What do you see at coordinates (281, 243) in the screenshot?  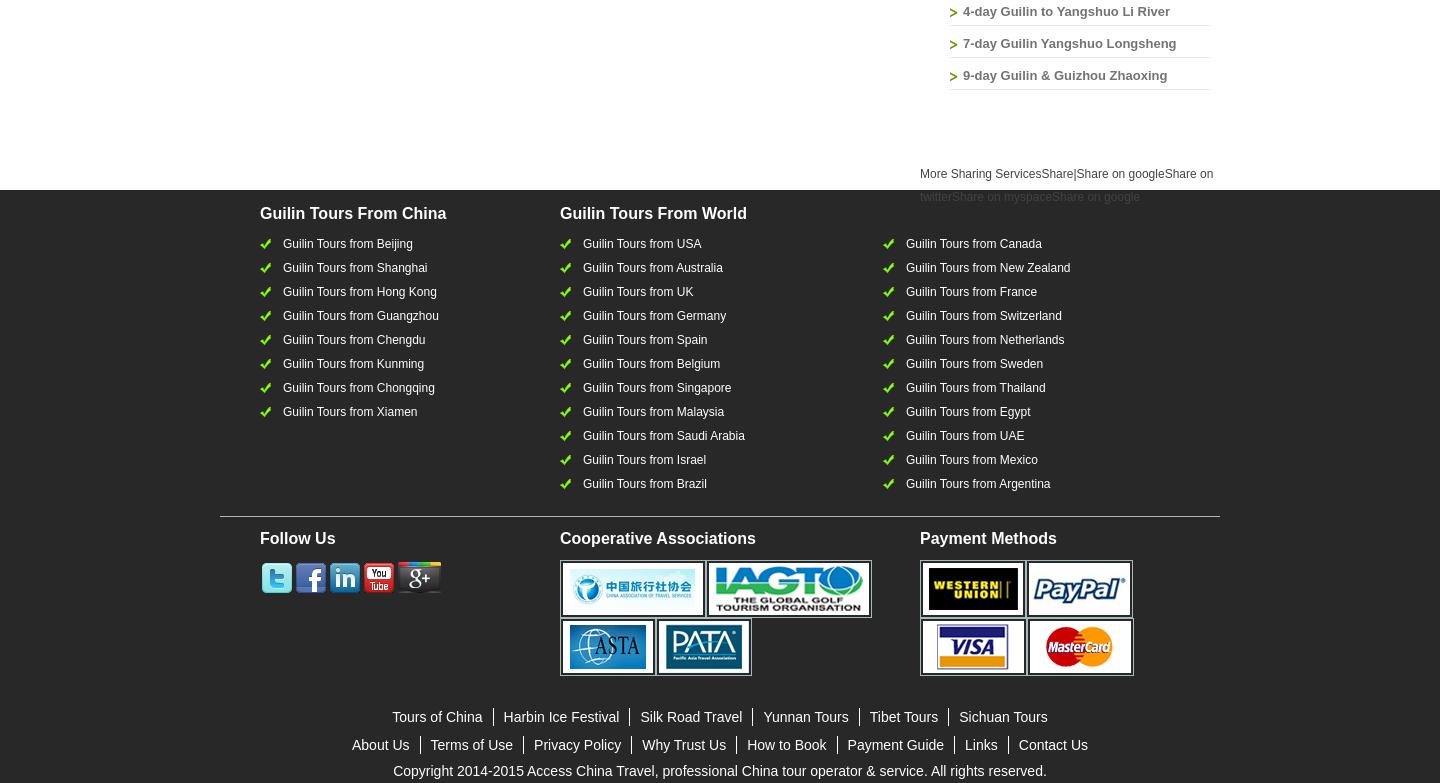 I see `'Guilin Tours from Beijing'` at bounding box center [281, 243].